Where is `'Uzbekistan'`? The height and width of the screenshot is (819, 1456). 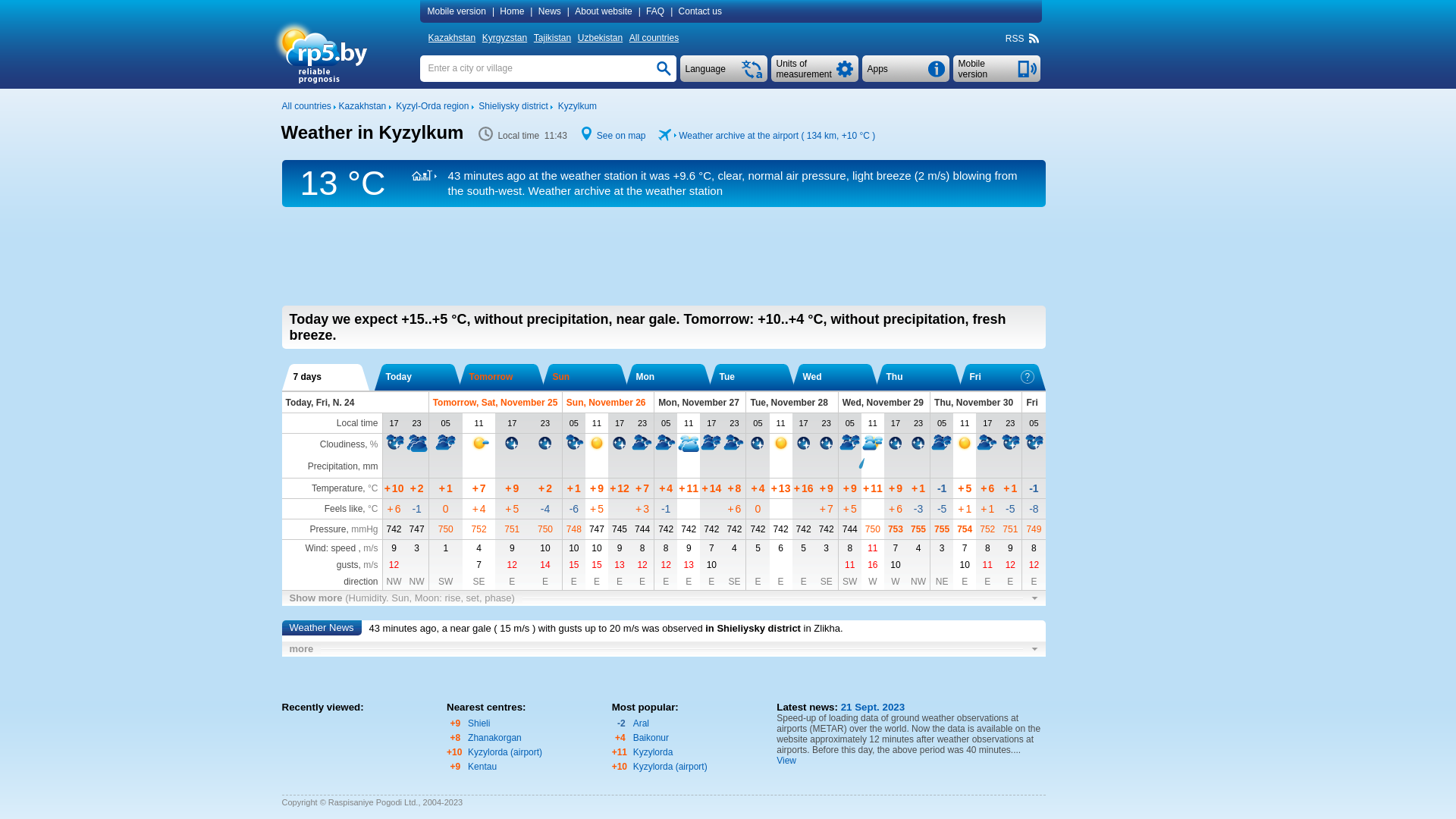
'Uzbekistan' is located at coordinates (601, 37).